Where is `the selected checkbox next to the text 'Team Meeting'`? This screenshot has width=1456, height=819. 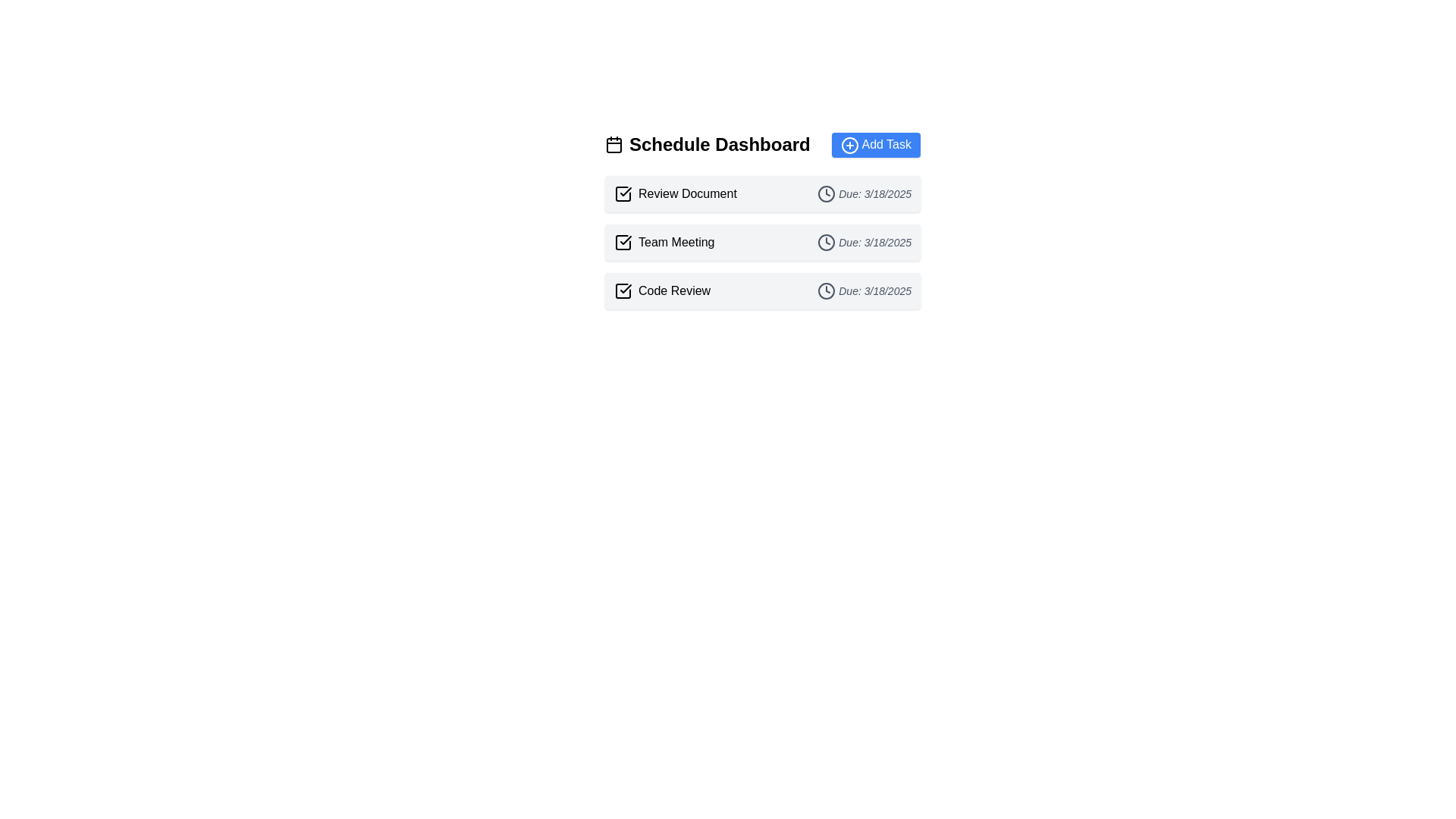 the selected checkbox next to the text 'Team Meeting' is located at coordinates (623, 241).